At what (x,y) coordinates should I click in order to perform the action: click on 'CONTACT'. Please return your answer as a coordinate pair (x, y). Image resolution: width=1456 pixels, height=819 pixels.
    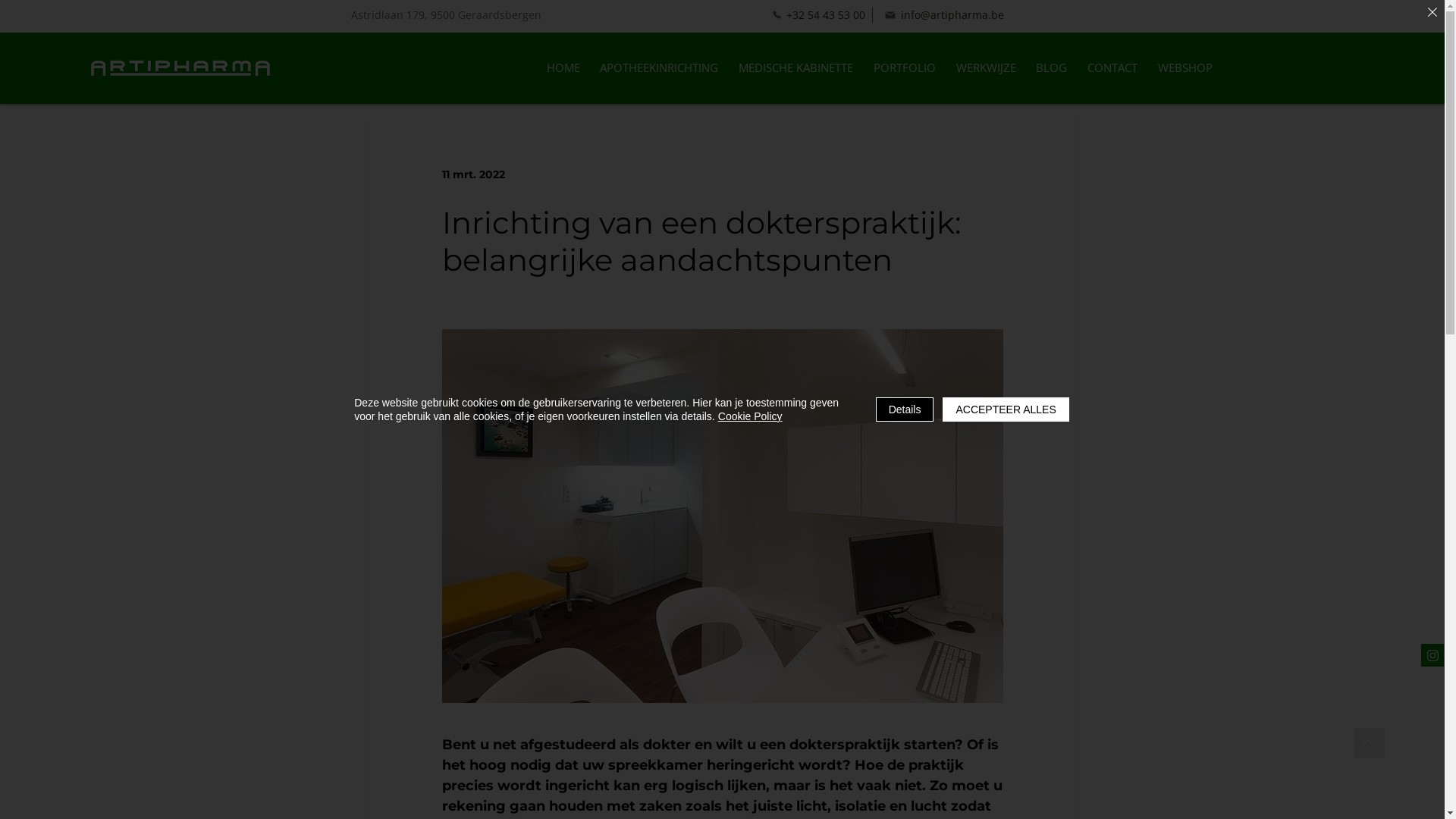
    Looking at the image, I should click on (1112, 67).